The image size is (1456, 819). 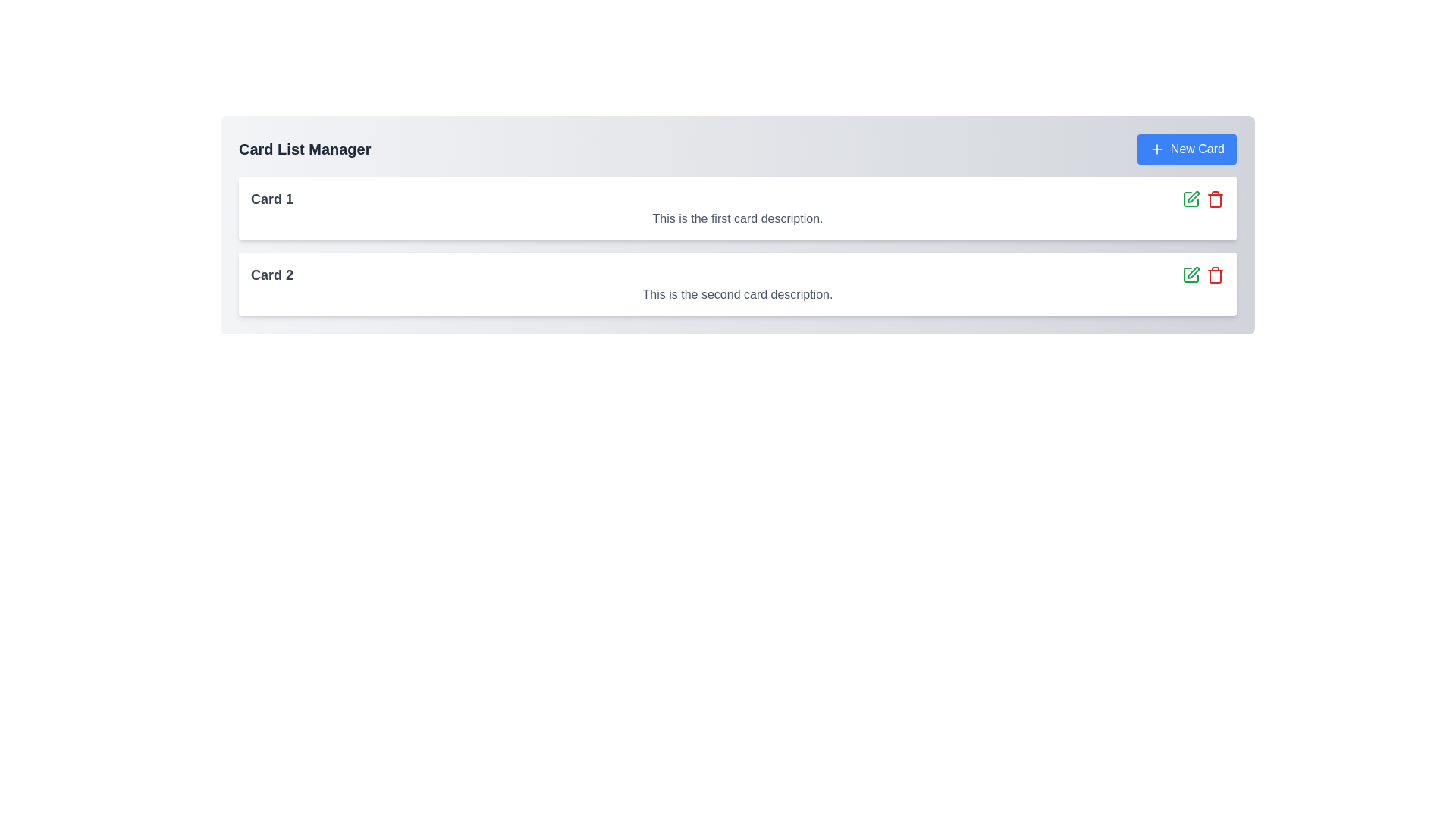 What do you see at coordinates (1190, 275) in the screenshot?
I see `the green edit icon button, which features a square and pencil motif, located in the second card of the list interface and positioned to the left of the red delete icon, to potentially reveal additional information` at bounding box center [1190, 275].